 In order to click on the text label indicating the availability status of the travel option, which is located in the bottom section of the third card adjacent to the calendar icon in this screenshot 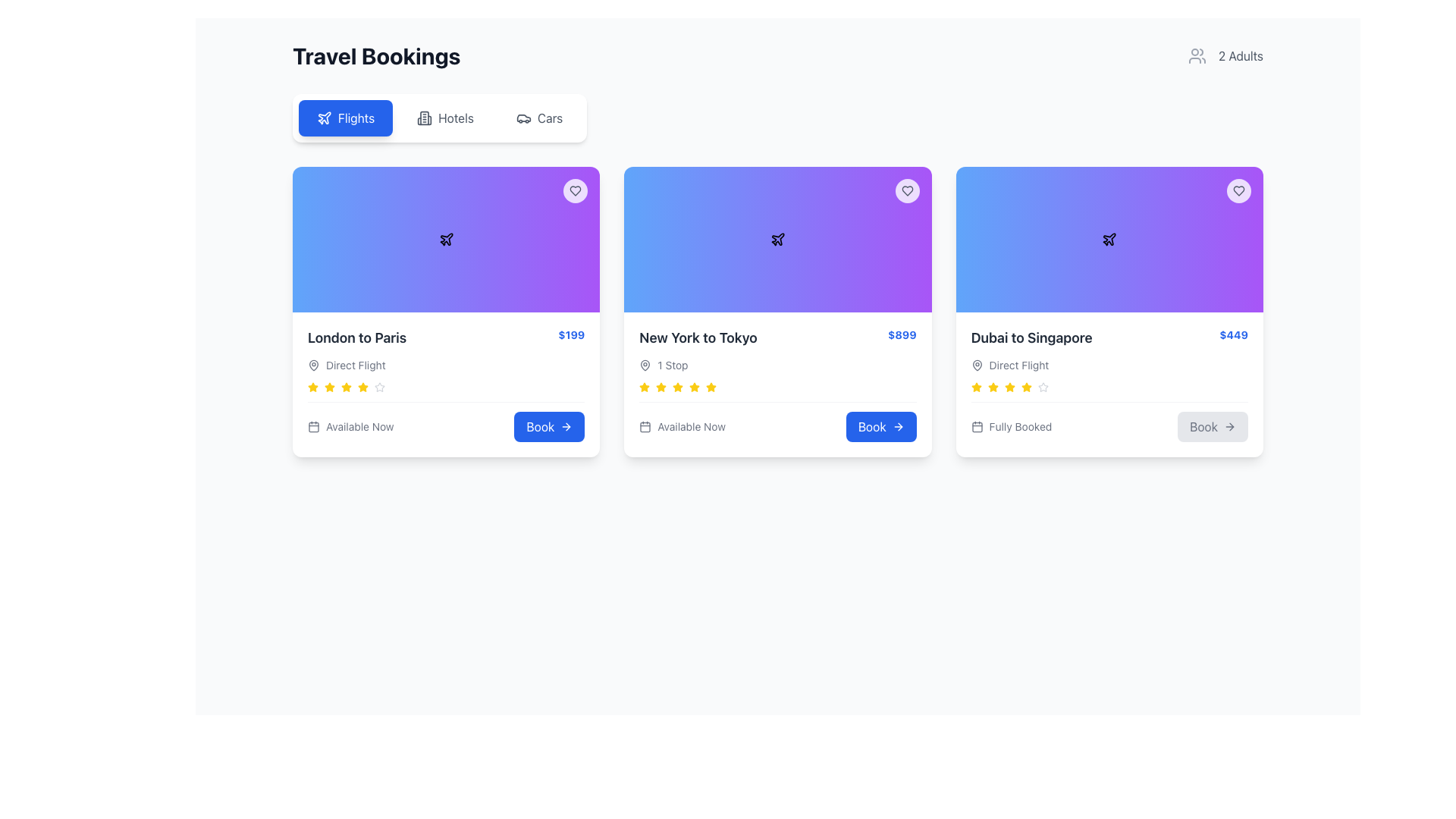, I will do `click(1020, 427)`.